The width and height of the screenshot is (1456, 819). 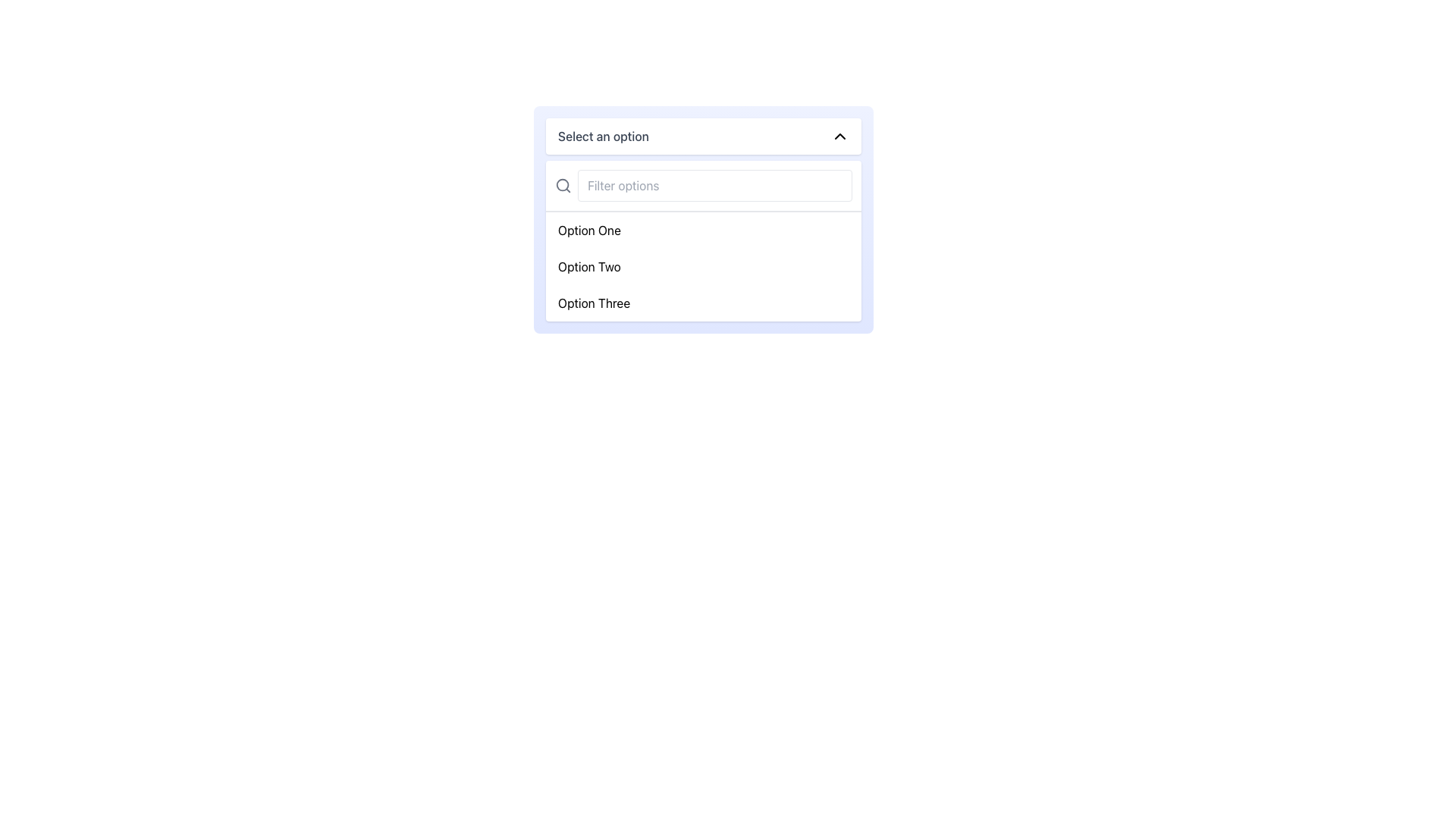 What do you see at coordinates (588, 265) in the screenshot?
I see `the static text label displaying 'Option Two' within the dropdown menu, which is located between 'Option One' and 'Option Three'` at bounding box center [588, 265].